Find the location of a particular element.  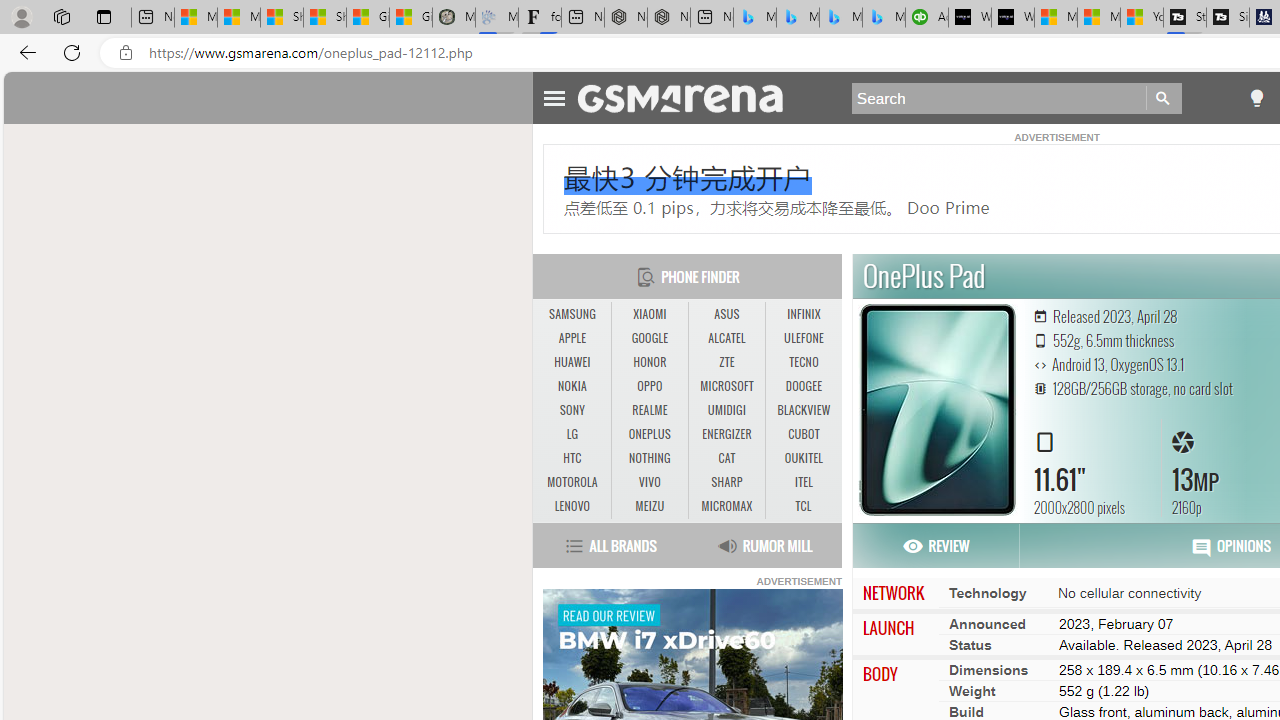

'ALCATEL' is located at coordinates (726, 338).